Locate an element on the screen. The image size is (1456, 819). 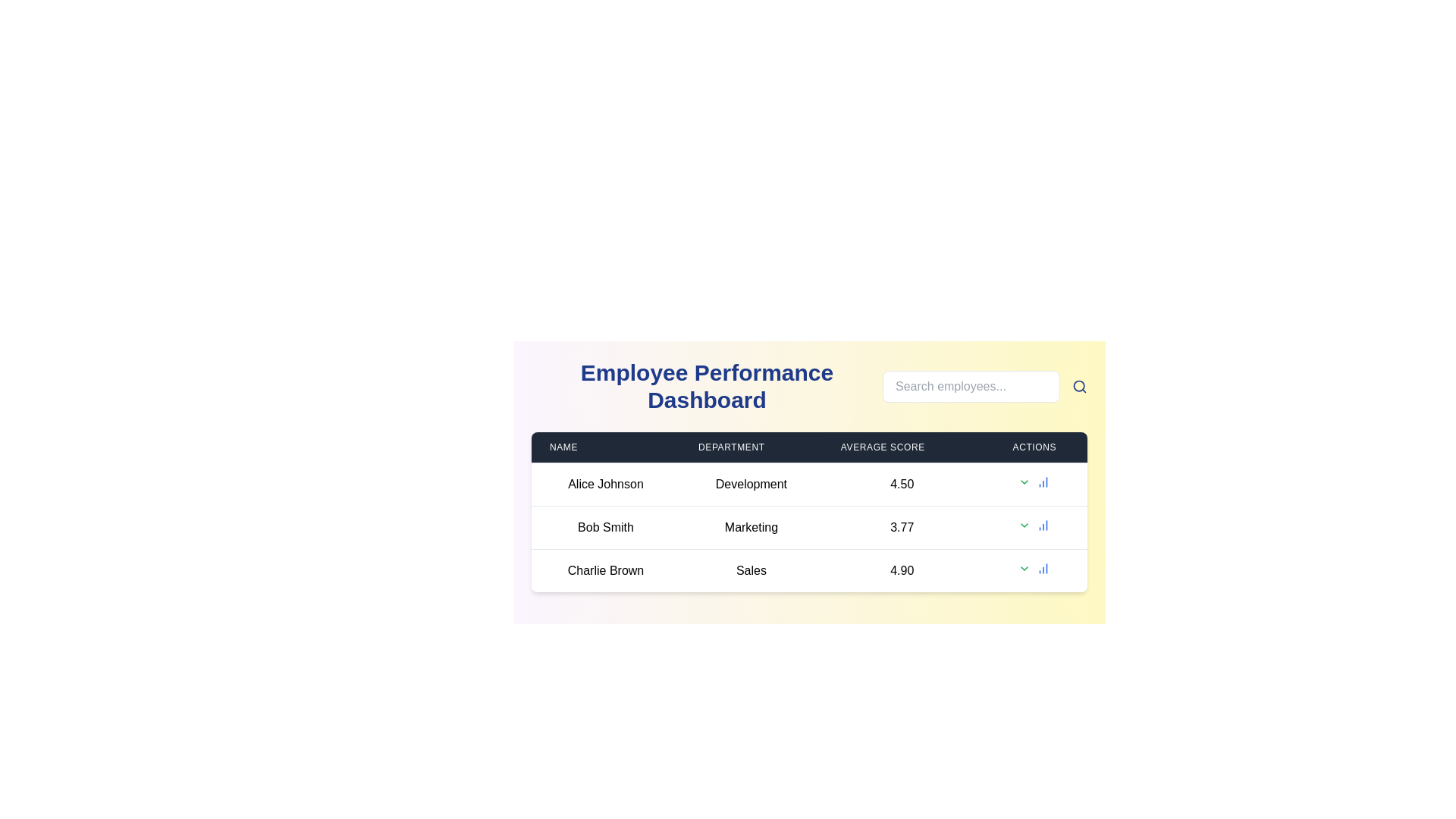
the third action icon button in the 'Actions' column of the table associated with employee 'Bob Smith' is located at coordinates (1043, 525).